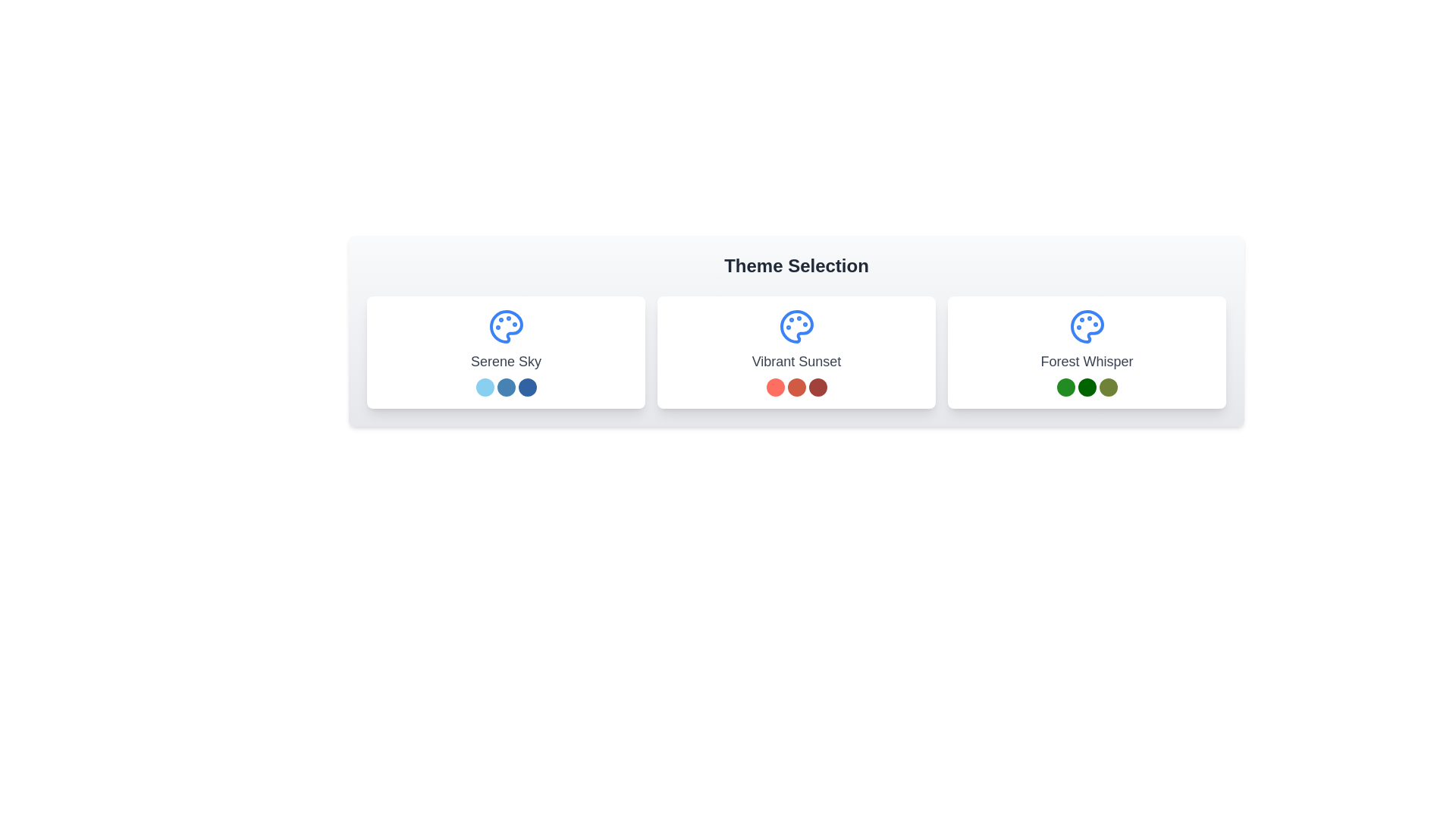  What do you see at coordinates (527, 386) in the screenshot?
I see `the third dark blue selectable color indicator circle located below the 'Serene Sky' label` at bounding box center [527, 386].